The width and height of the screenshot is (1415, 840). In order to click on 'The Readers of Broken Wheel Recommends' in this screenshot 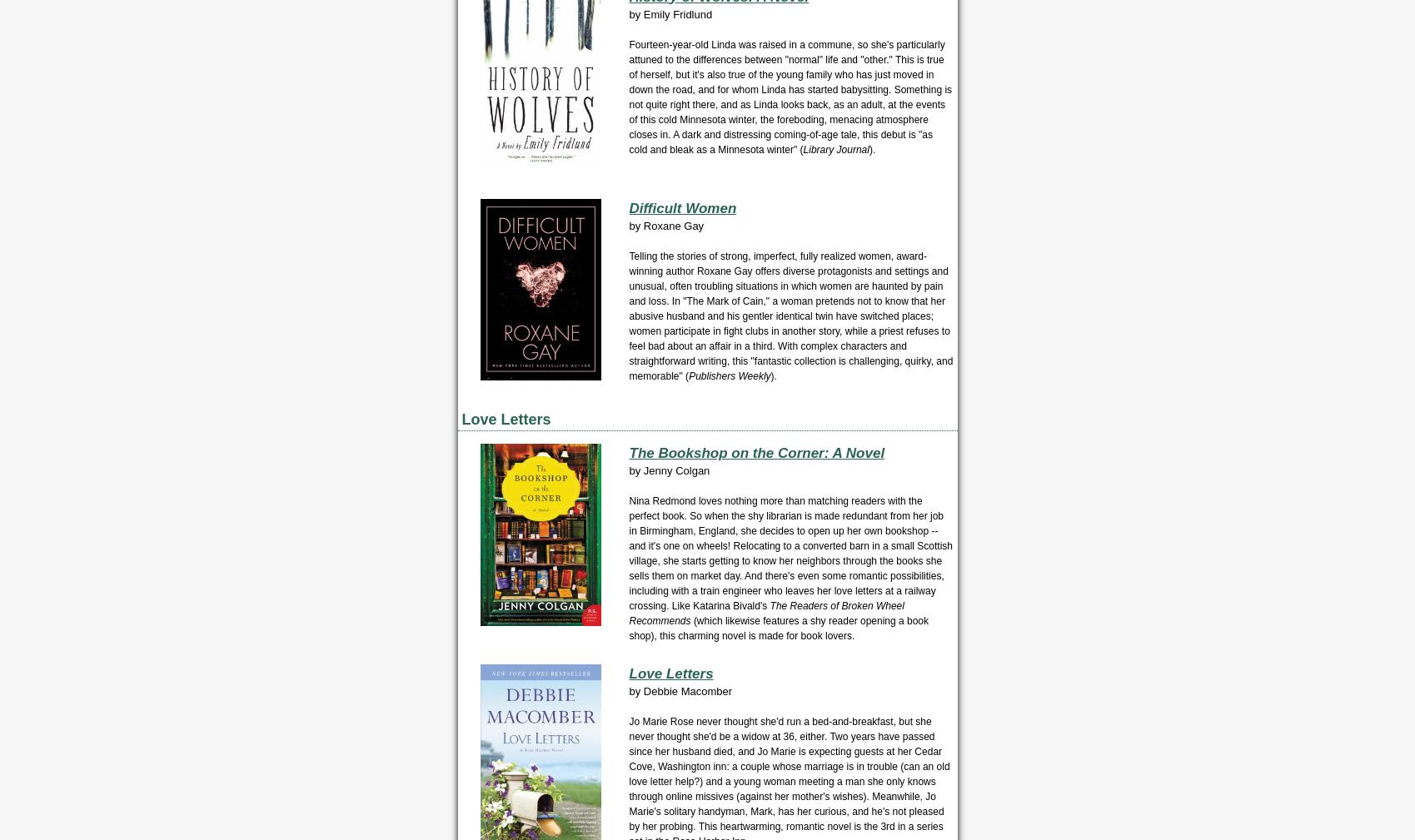, I will do `click(628, 613)`.